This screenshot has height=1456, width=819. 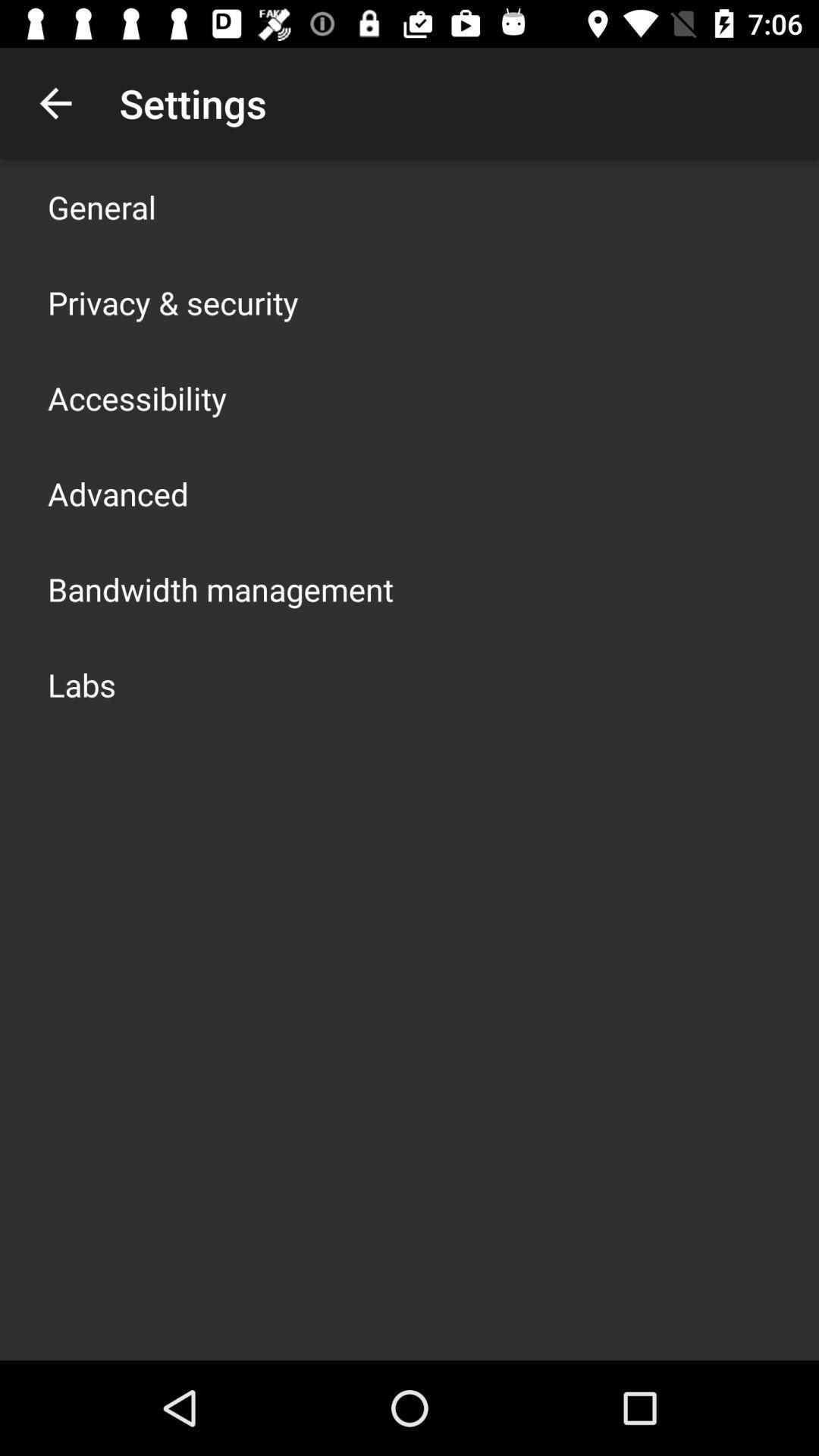 I want to click on general item, so click(x=102, y=206).